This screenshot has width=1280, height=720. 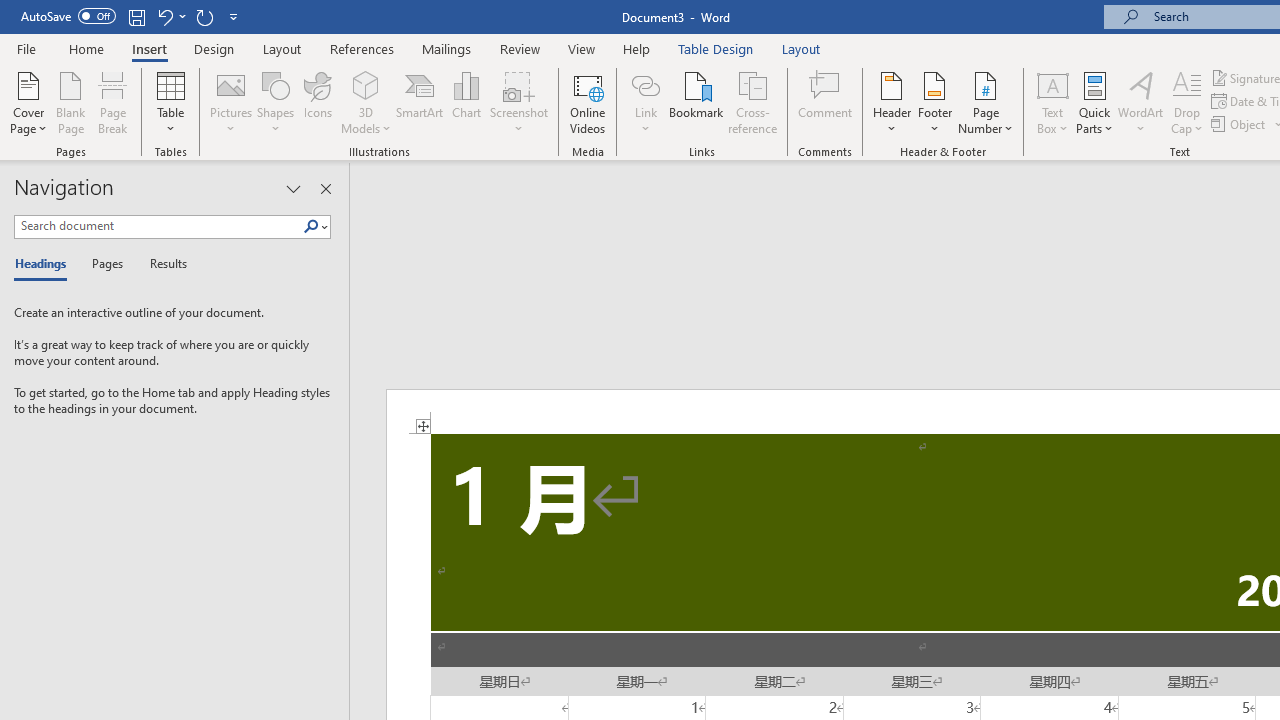 I want to click on 'Page Number', so click(x=986, y=103).